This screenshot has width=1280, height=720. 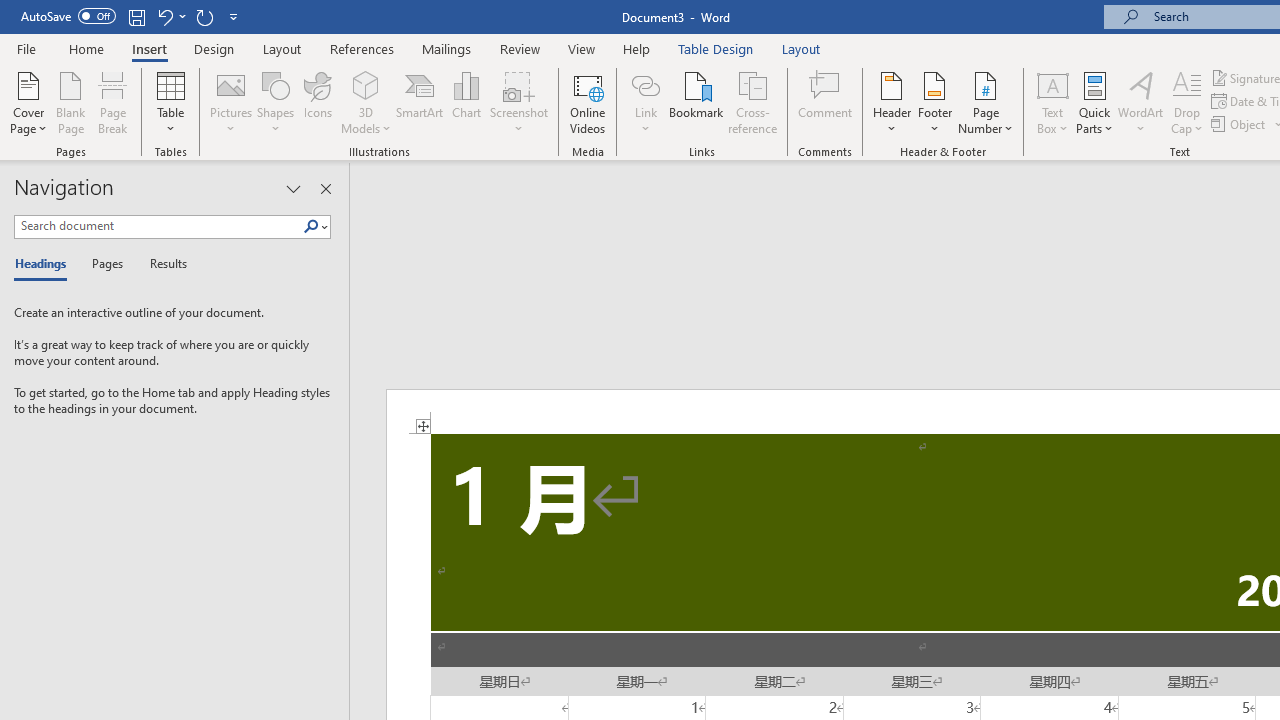 I want to click on 'Page Number', so click(x=986, y=103).